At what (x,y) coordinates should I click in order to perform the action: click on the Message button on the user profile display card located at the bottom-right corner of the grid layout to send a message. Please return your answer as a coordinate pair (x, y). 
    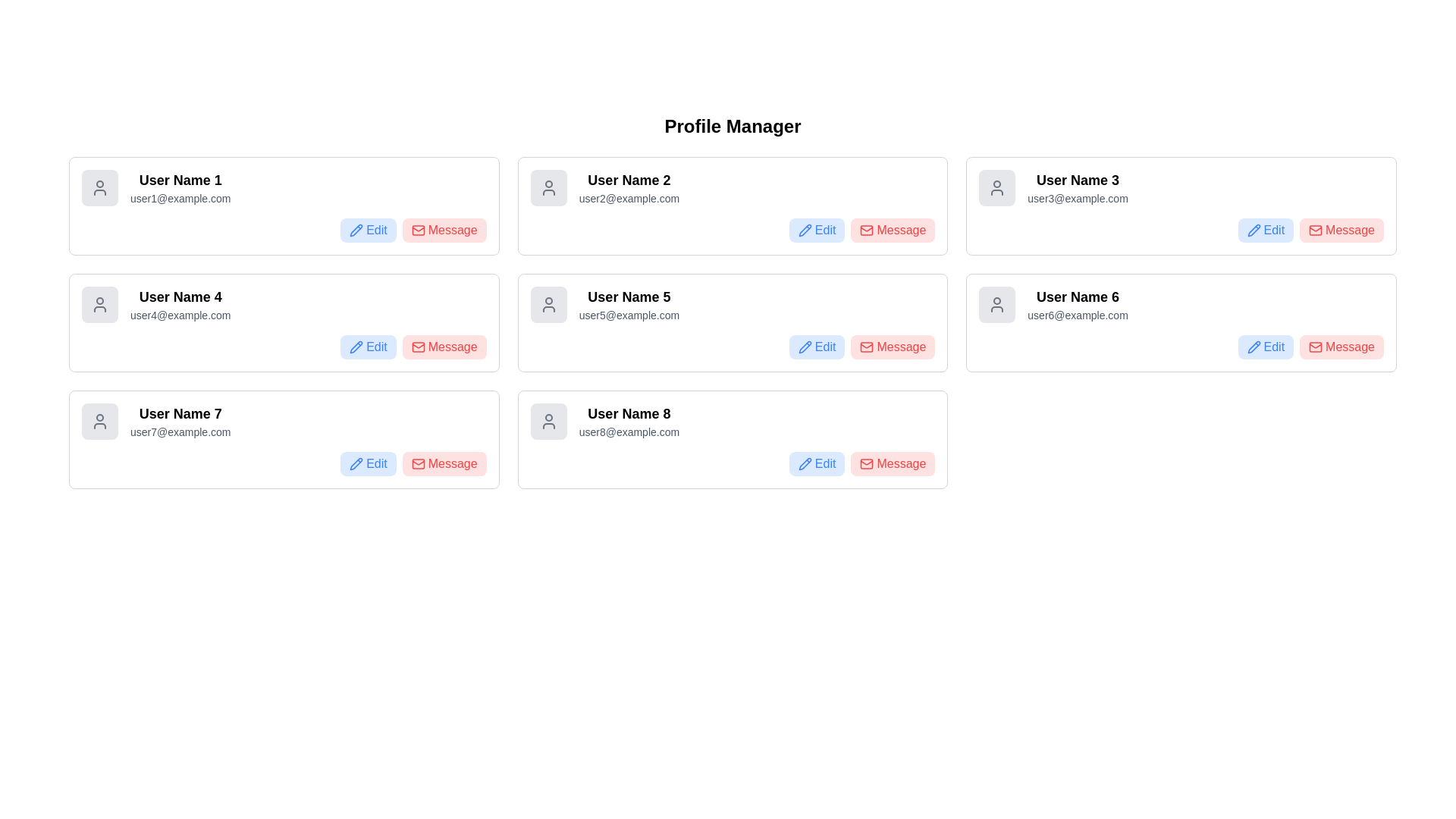
    Looking at the image, I should click on (732, 439).